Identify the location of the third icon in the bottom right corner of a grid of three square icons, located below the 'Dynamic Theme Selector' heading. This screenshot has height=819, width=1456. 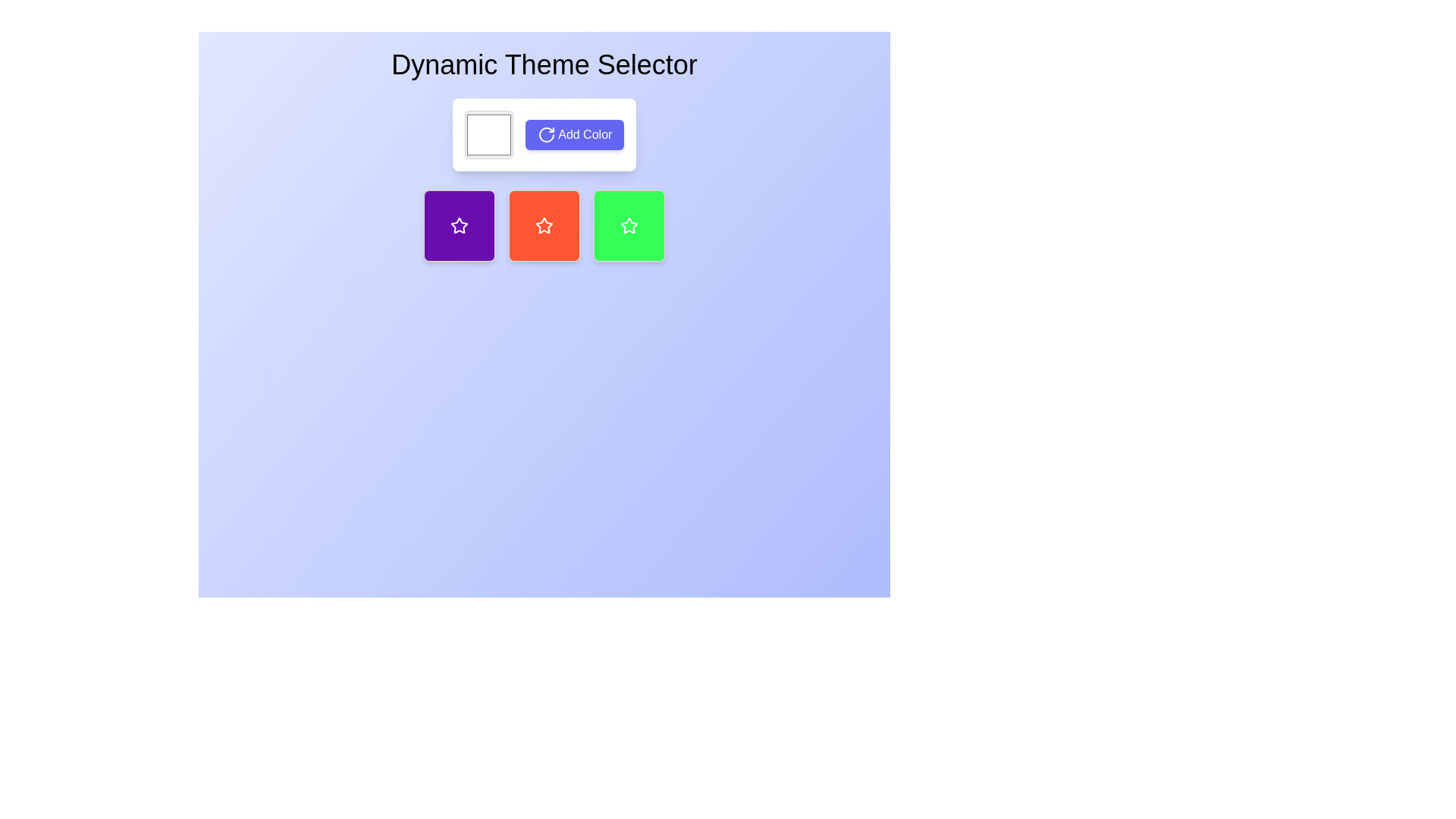
(629, 225).